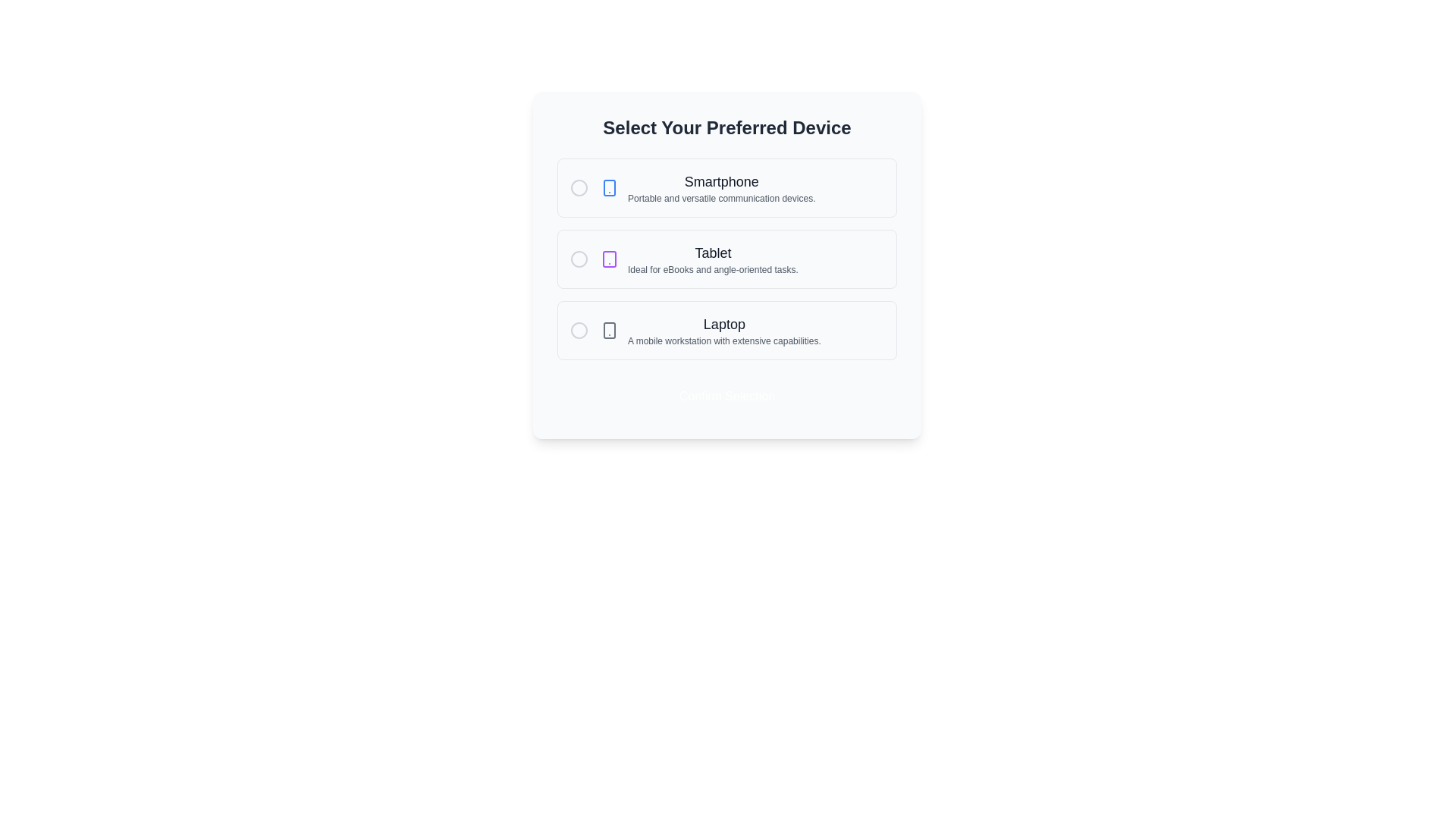 The height and width of the screenshot is (819, 1456). What do you see at coordinates (578, 259) in the screenshot?
I see `the radio button for the 'Tablet' option, located to the left of the text label 'Tablet' in the vertical list of selectable devices` at bounding box center [578, 259].